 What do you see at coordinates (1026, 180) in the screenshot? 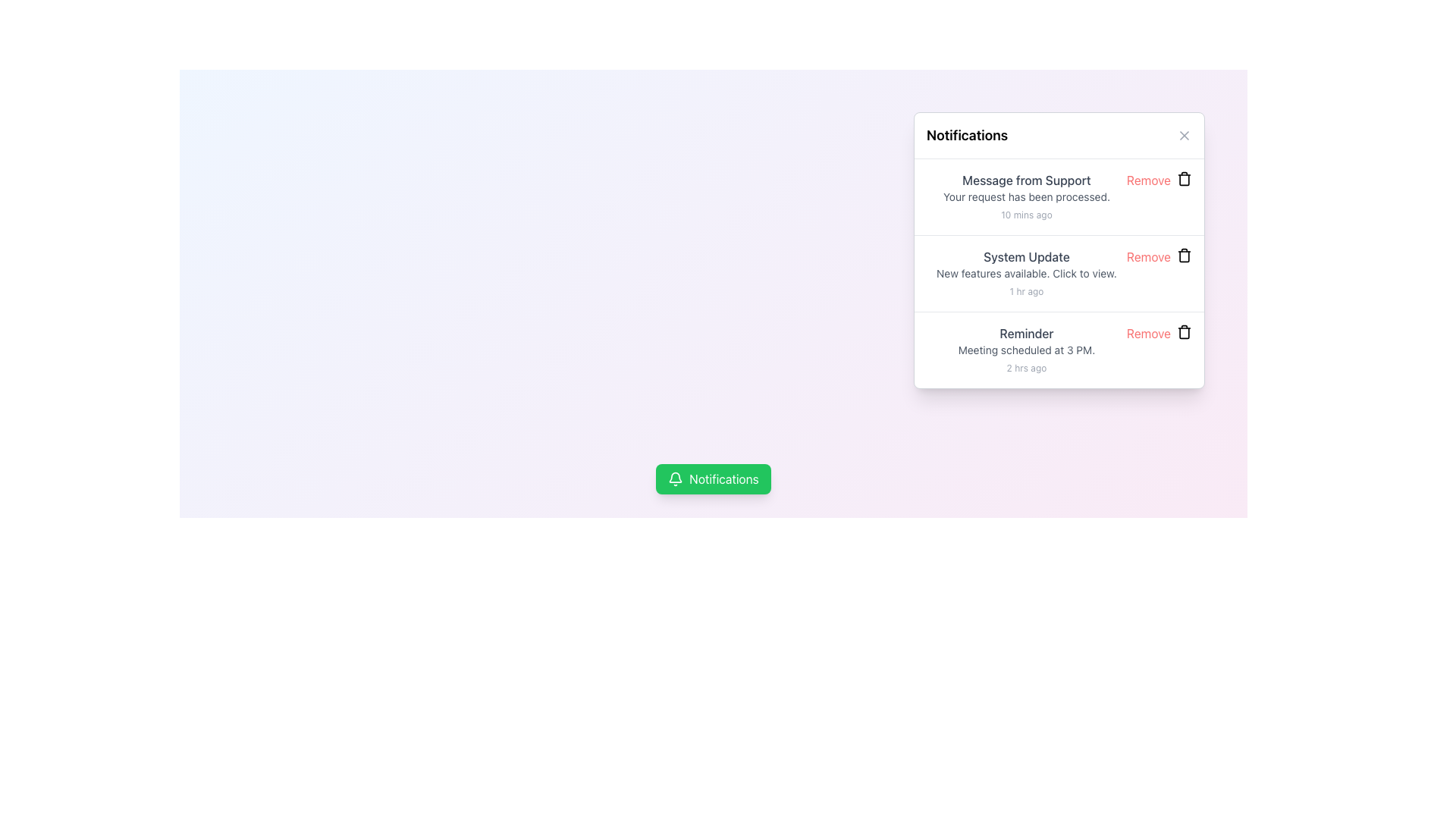
I see `the Text Label displaying 'Message from Support', which is a medium-weight font in dark gray color located at the top of the notification card` at bounding box center [1026, 180].